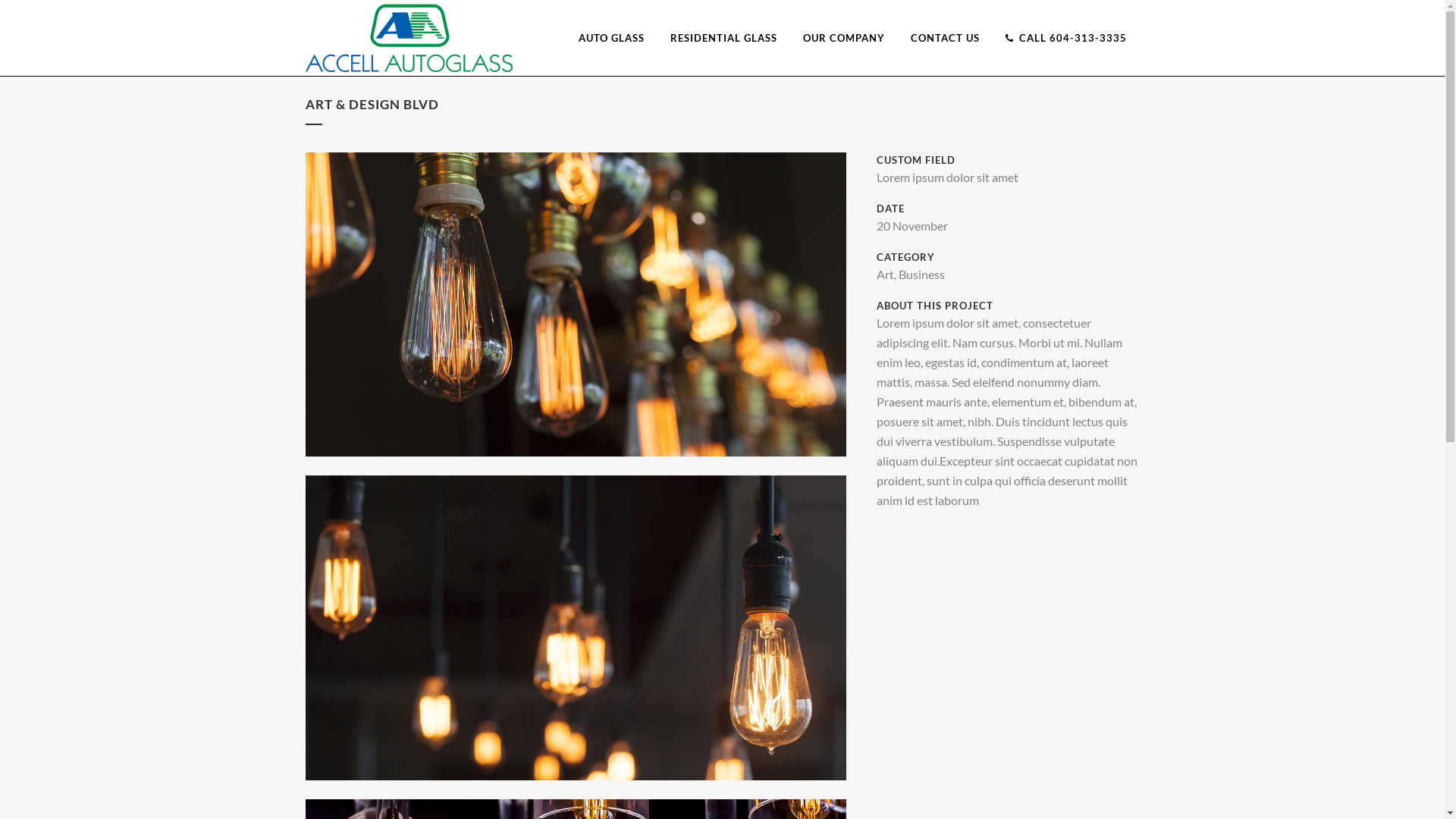 The width and height of the screenshot is (1456, 819). I want to click on 'AUTO GLASS', so click(564, 37).